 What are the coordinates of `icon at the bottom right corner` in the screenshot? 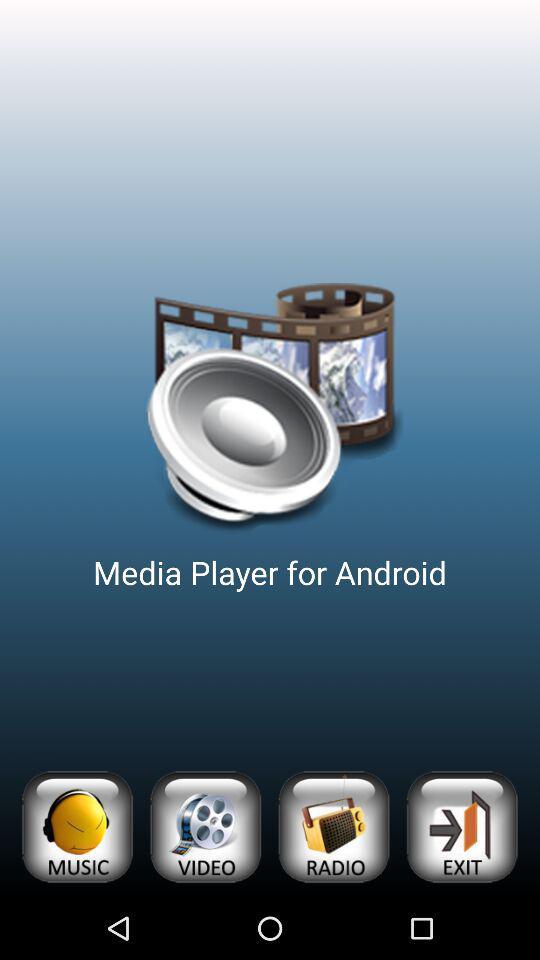 It's located at (461, 827).